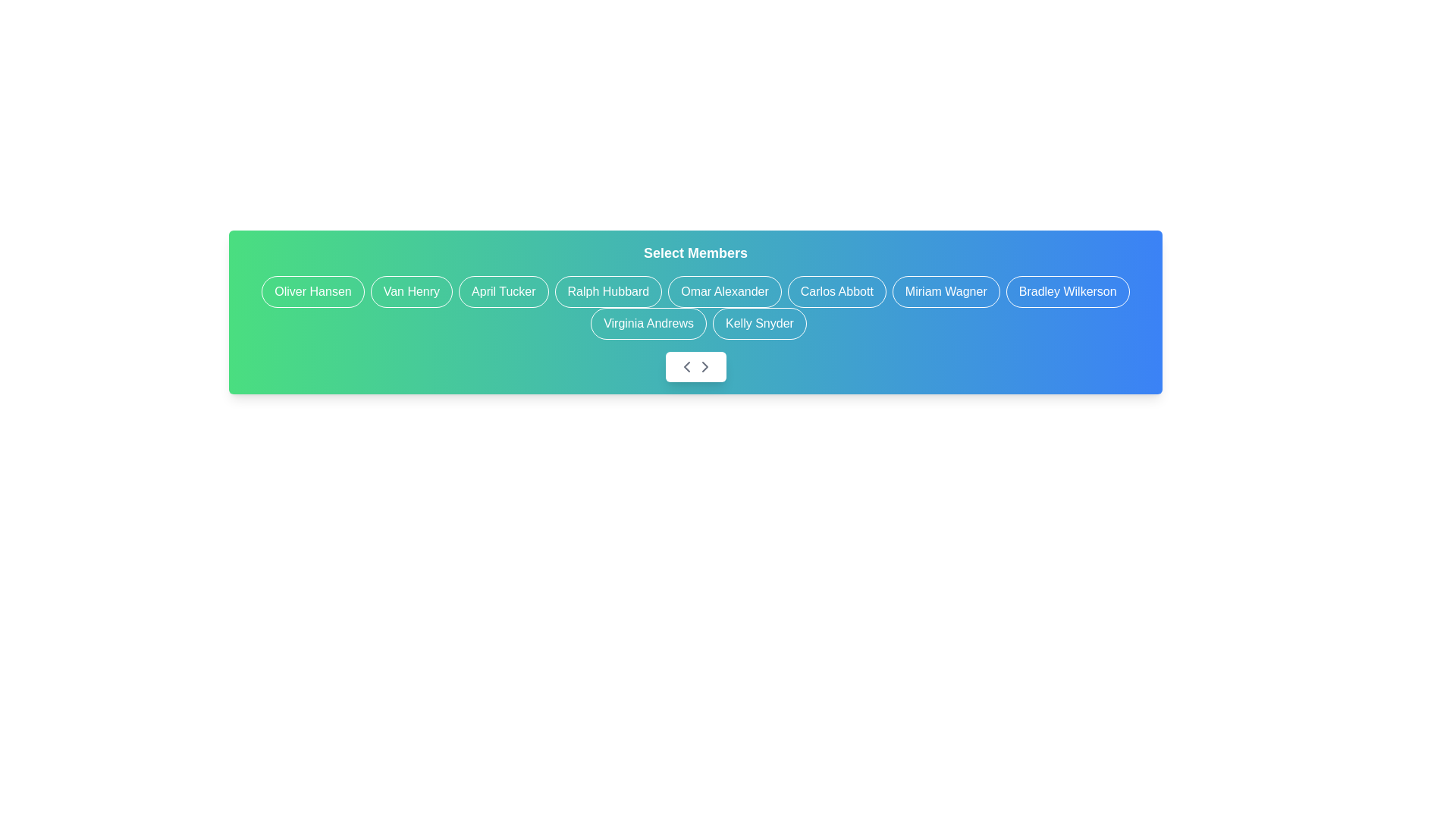 This screenshot has height=819, width=1456. I want to click on the pill-shaped button labeled 'Van Henry', so click(411, 292).